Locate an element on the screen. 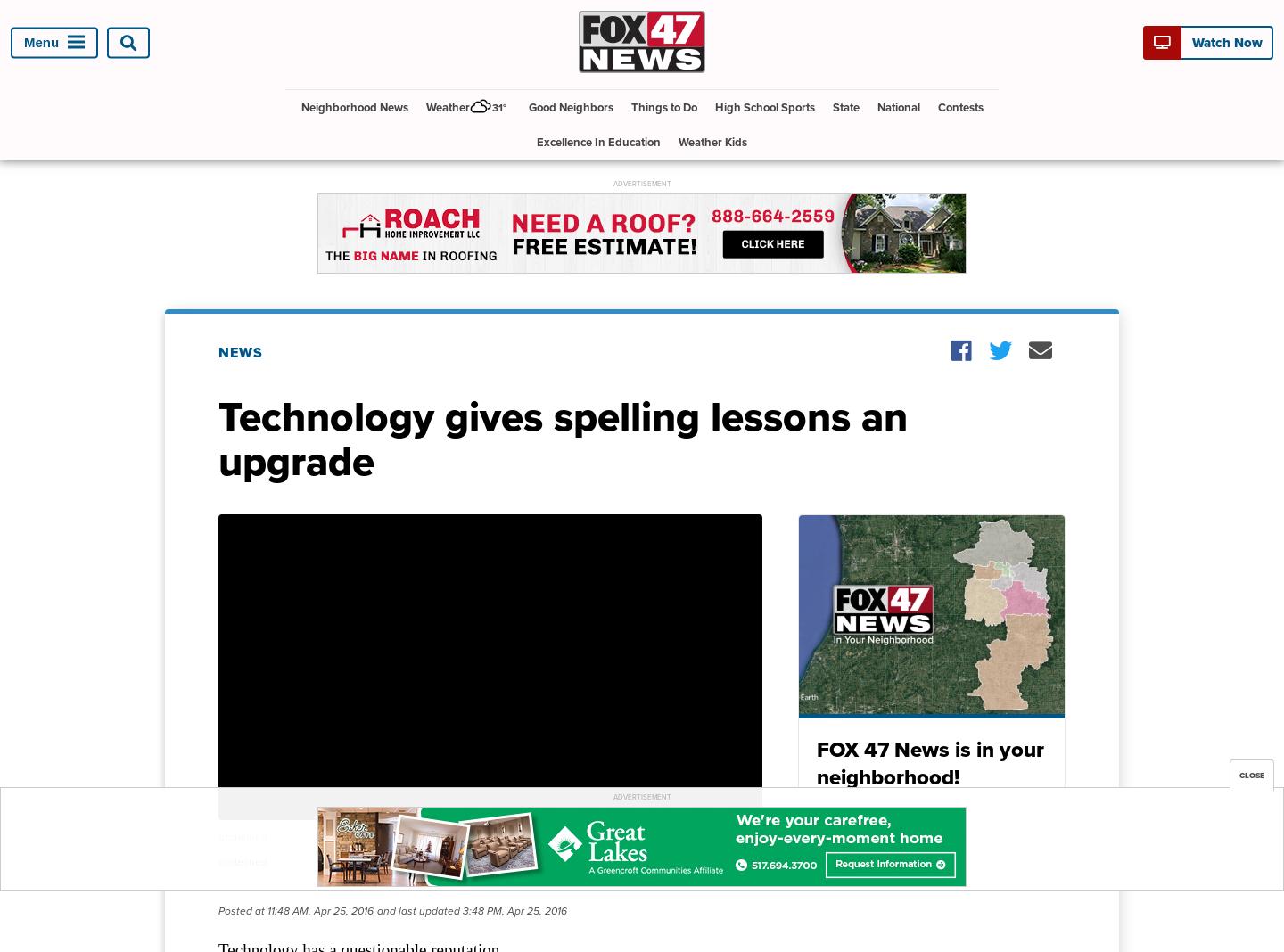 The width and height of the screenshot is (1284, 952). 'State' is located at coordinates (844, 106).